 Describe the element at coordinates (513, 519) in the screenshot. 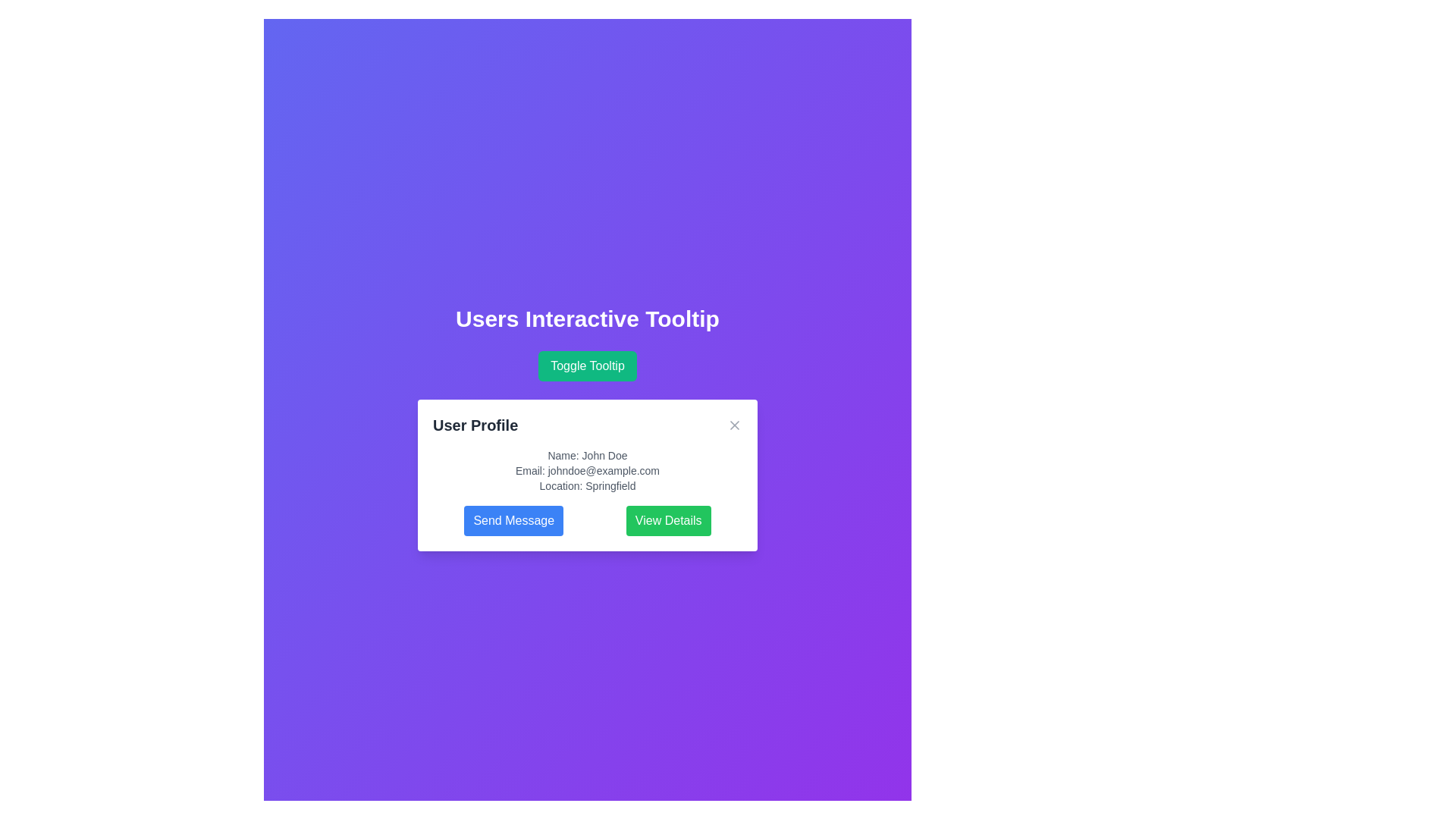

I see `the 'Send Message' button, which is a rectangular button with rounded corners, blue background, and white text, located at the bottom of the profile card, leftmost of the two buttons in the footer section` at that location.